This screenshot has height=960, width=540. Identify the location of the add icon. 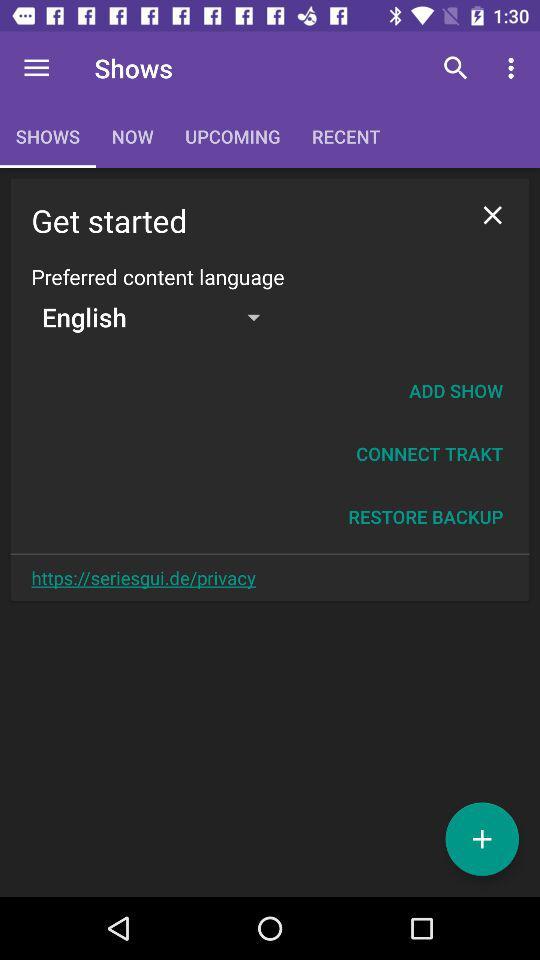
(481, 839).